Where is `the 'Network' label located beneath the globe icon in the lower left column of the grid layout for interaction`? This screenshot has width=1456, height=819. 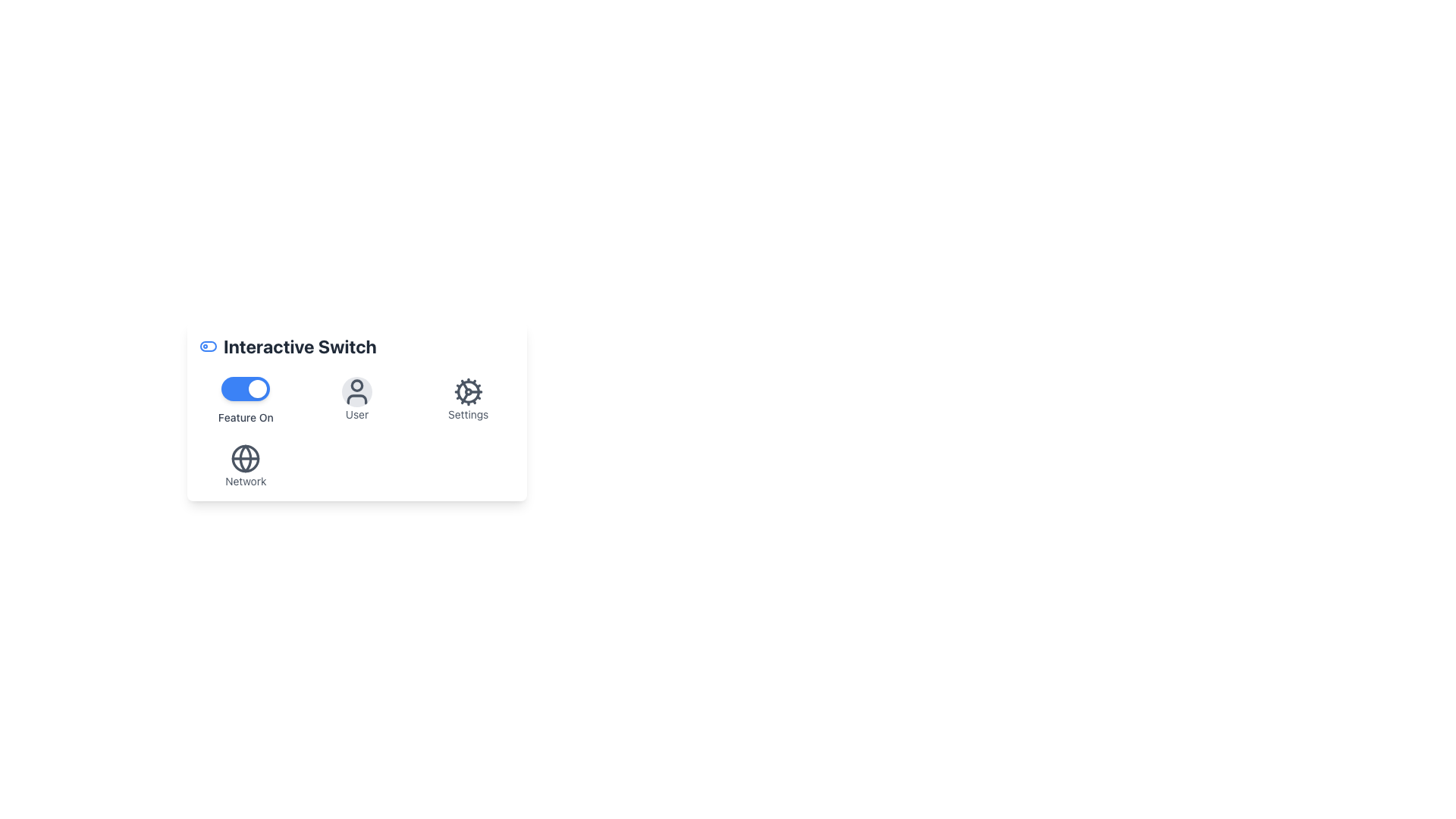
the 'Network' label located beneath the globe icon in the lower left column of the grid layout for interaction is located at coordinates (246, 465).